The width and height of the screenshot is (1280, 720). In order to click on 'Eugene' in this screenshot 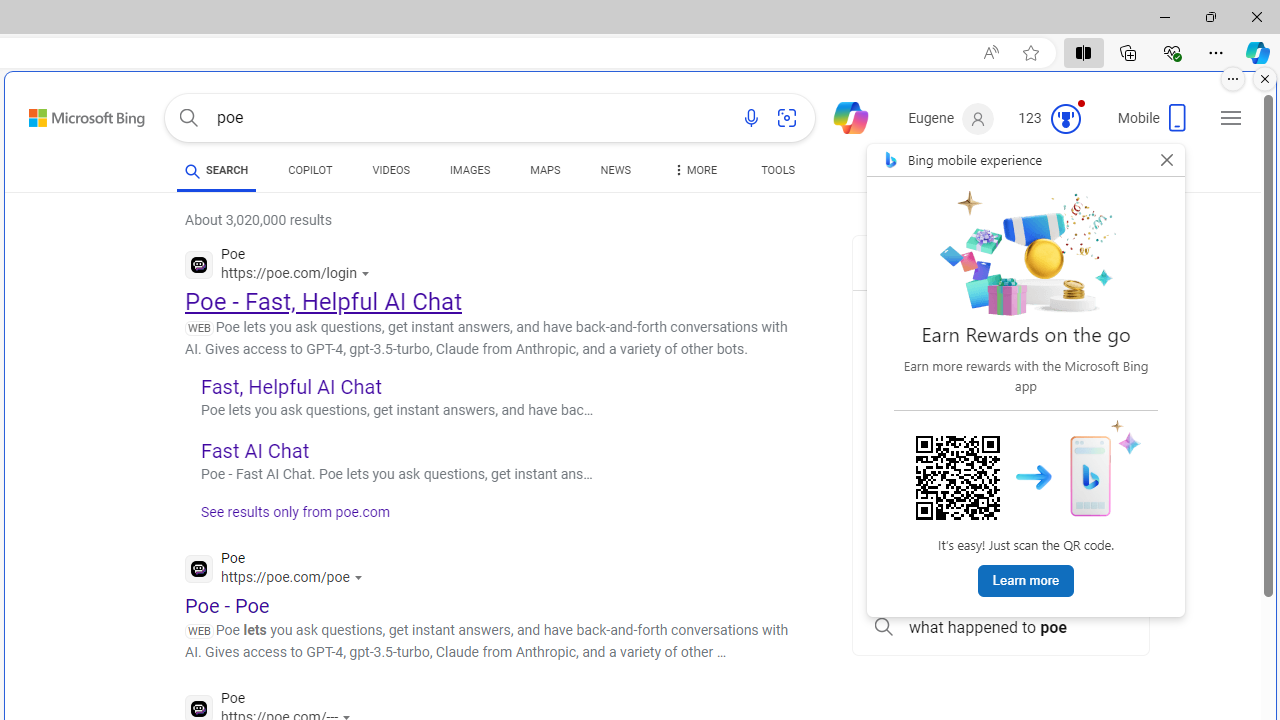, I will do `click(950, 119)`.